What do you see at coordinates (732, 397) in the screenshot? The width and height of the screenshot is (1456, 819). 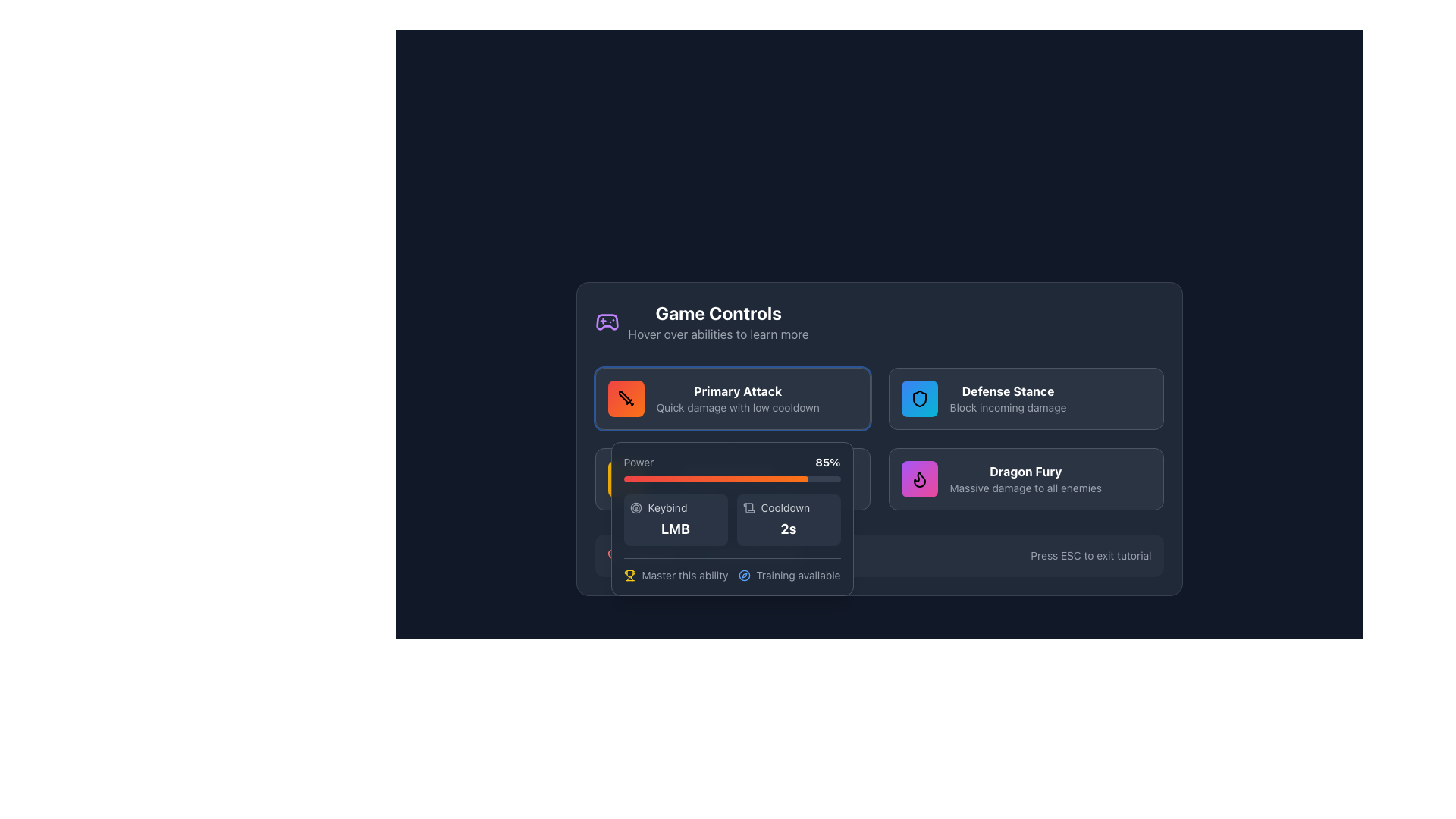 I see `the interactive information card that describes the 'Primary Attack' ability, located in the top-left corner of the grid under the 'Game Controls' section header` at bounding box center [732, 397].